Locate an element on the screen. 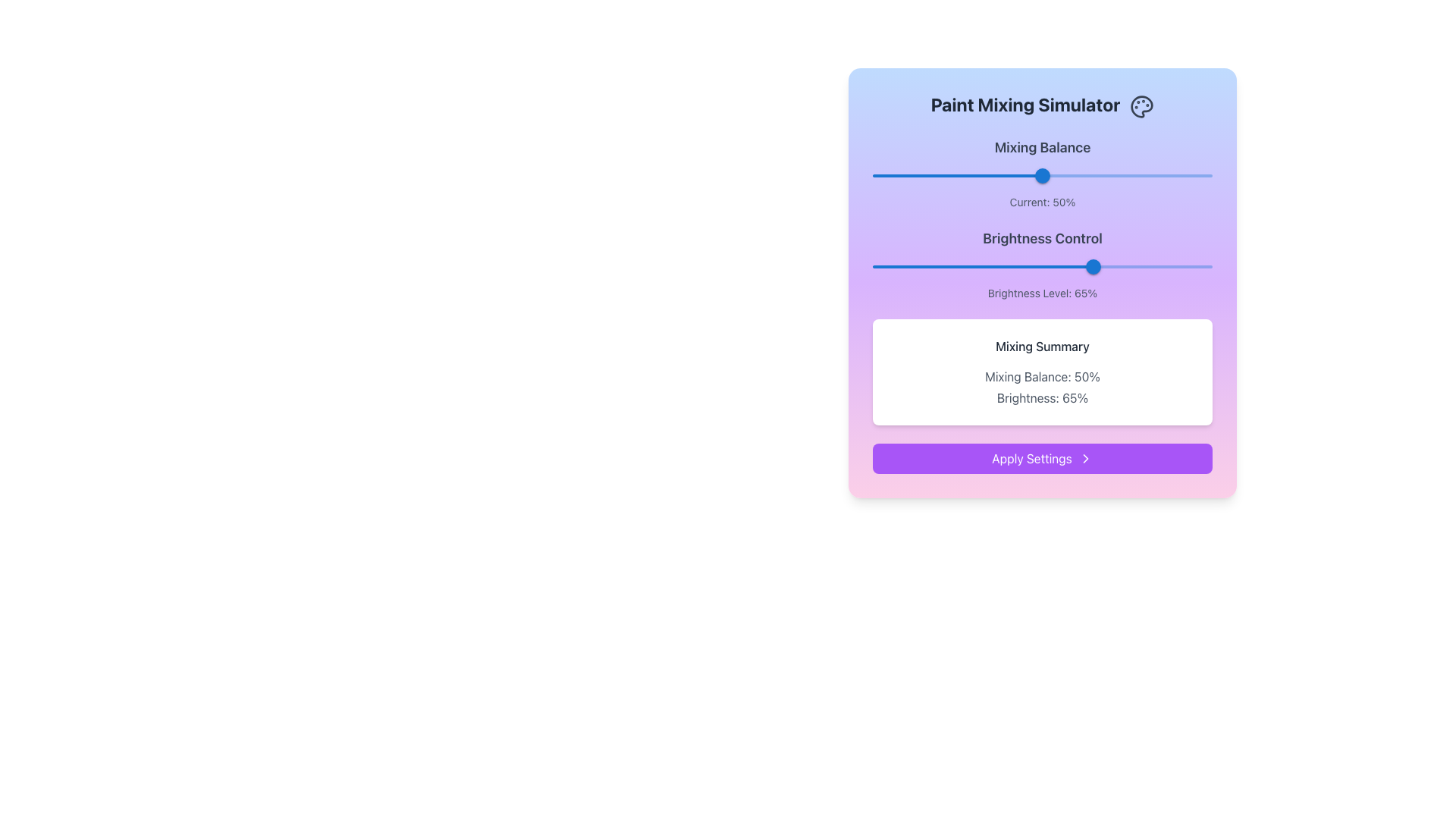 The height and width of the screenshot is (819, 1456). the circular blue slider thumb of the 'Brightness Control' slider is located at coordinates (1094, 265).